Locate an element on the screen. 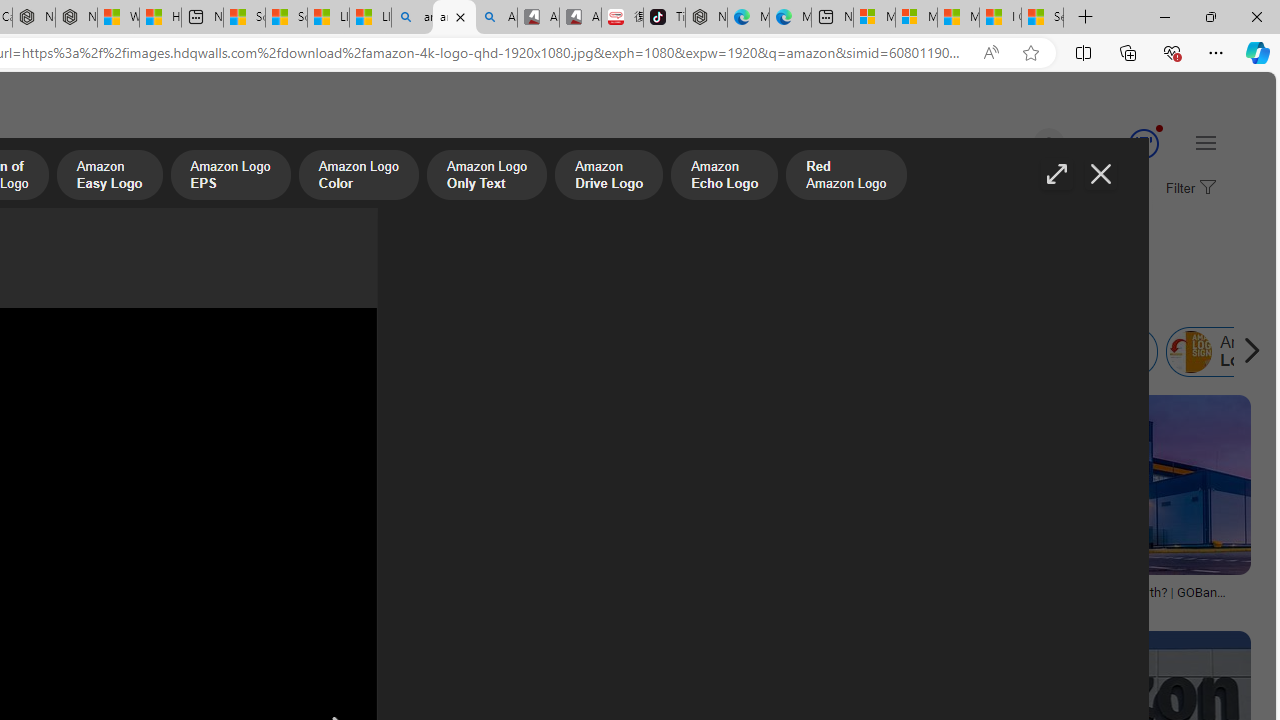 The image size is (1280, 720). 'Close image' is located at coordinates (1099, 173).